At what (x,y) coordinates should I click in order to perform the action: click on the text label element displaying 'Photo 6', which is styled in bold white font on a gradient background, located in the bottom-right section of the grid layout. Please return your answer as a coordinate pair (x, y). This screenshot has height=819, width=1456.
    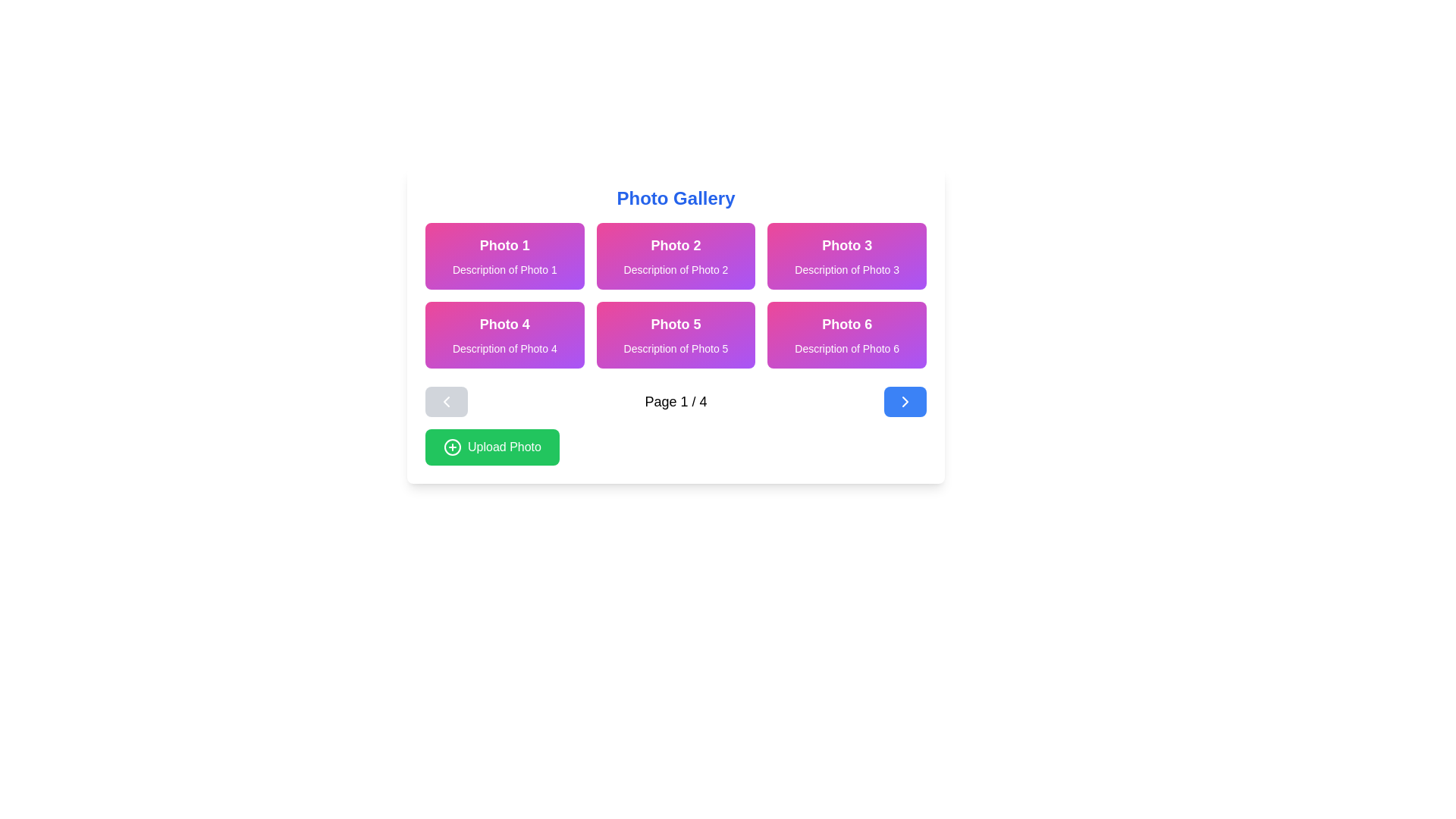
    Looking at the image, I should click on (846, 324).